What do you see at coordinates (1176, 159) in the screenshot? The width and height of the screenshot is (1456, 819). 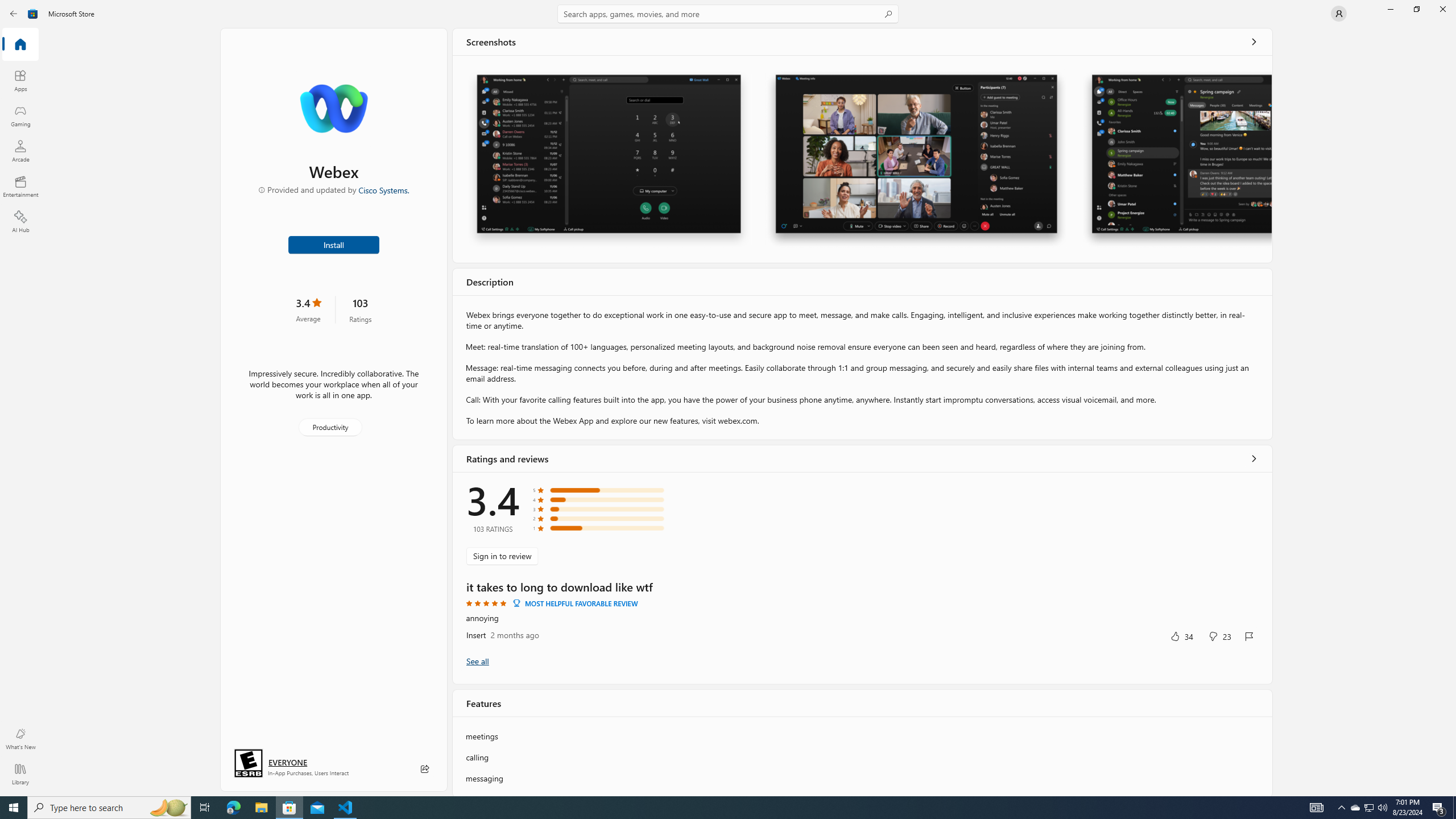 I see `'Screenshot 3'` at bounding box center [1176, 159].